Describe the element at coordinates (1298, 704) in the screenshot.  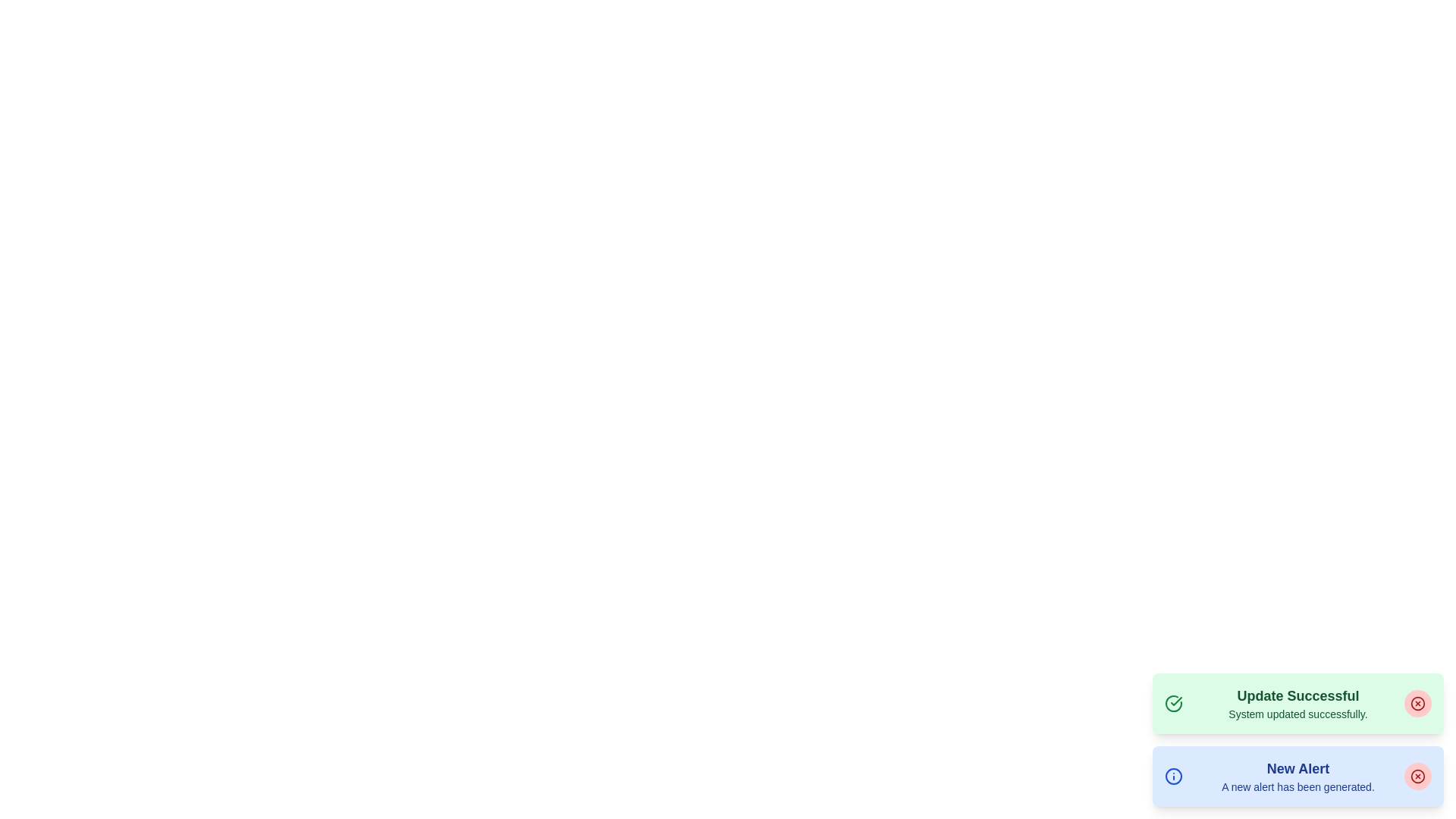
I see `the notification with title Update Successful` at that location.